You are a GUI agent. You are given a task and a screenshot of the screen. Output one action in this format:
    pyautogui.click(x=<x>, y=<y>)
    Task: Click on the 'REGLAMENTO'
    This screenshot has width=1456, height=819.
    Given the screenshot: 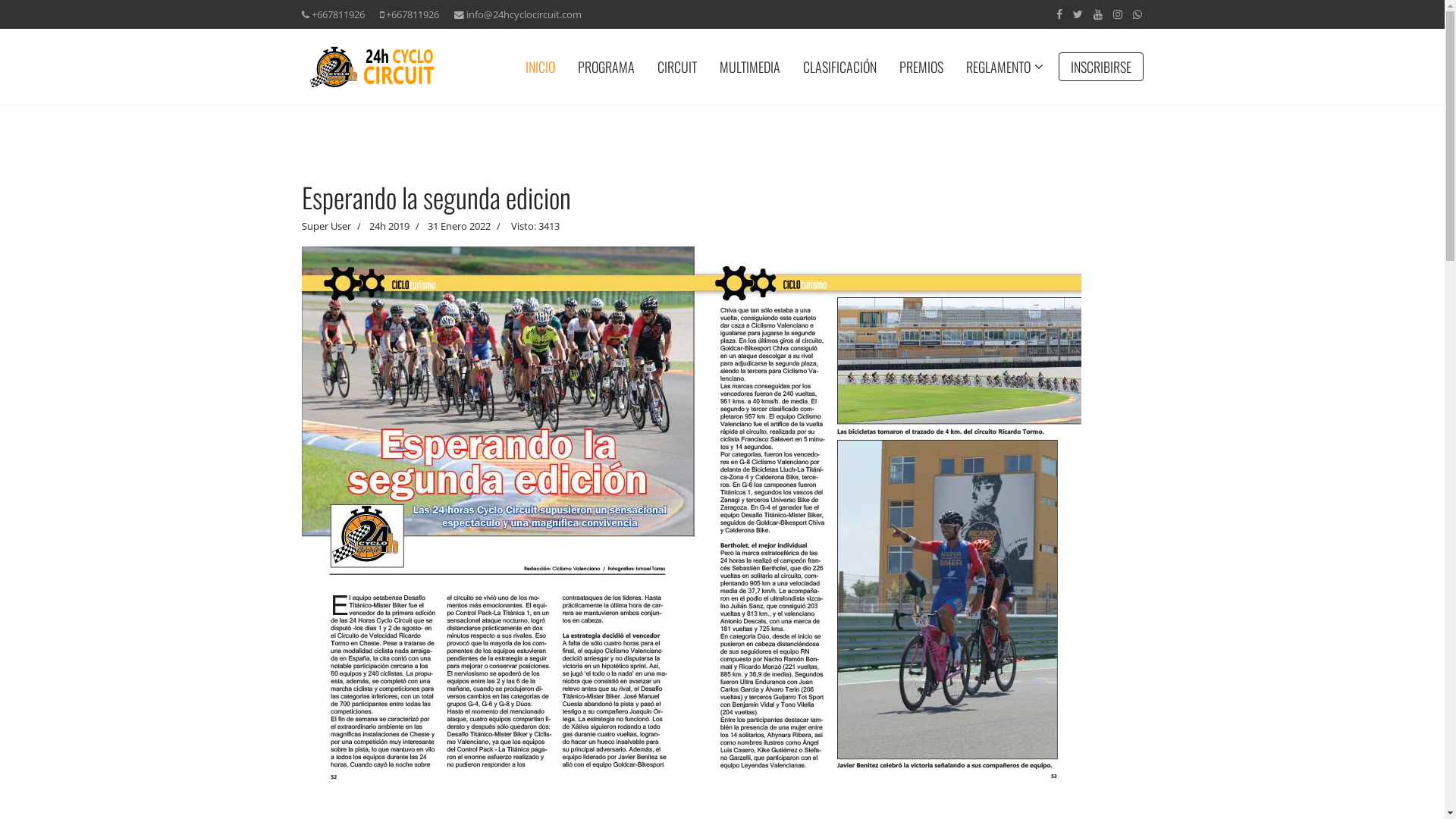 What is the action you would take?
    pyautogui.click(x=997, y=66)
    